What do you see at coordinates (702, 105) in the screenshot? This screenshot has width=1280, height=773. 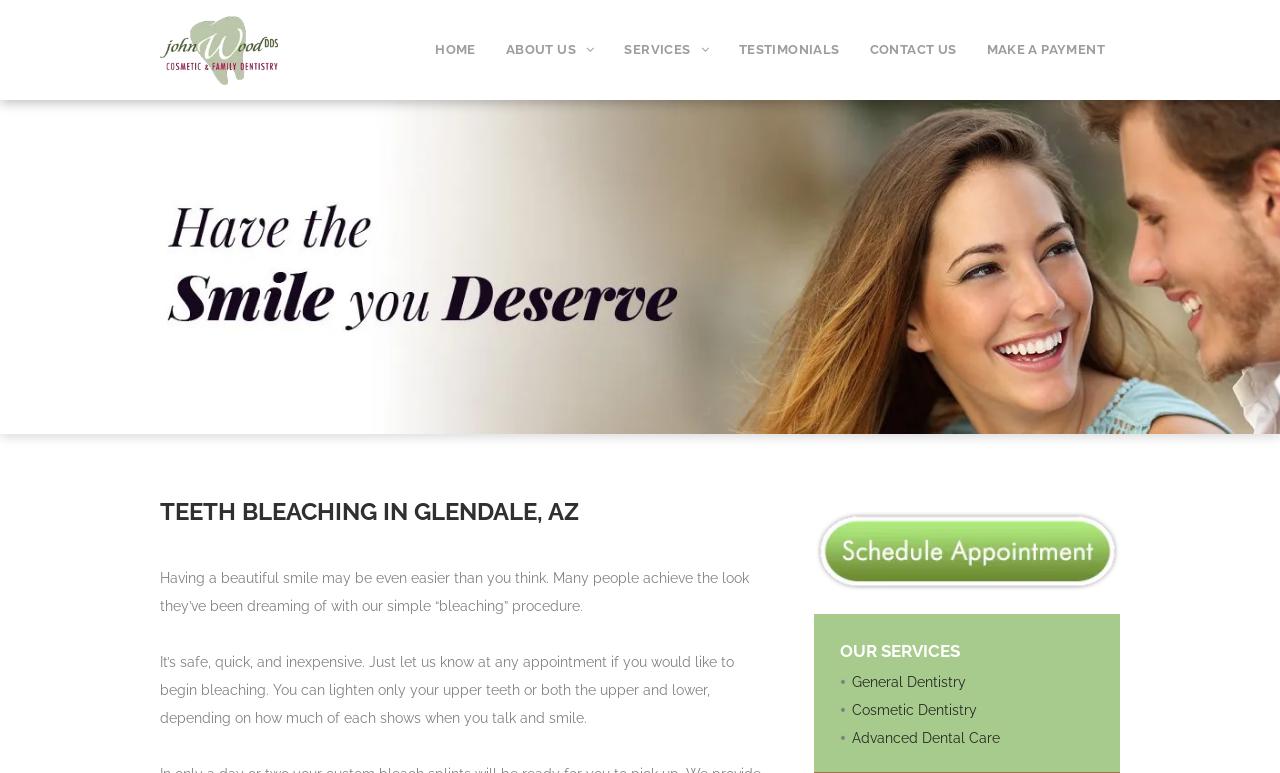 I see `'COSMETIC DENTISTRY'` at bounding box center [702, 105].